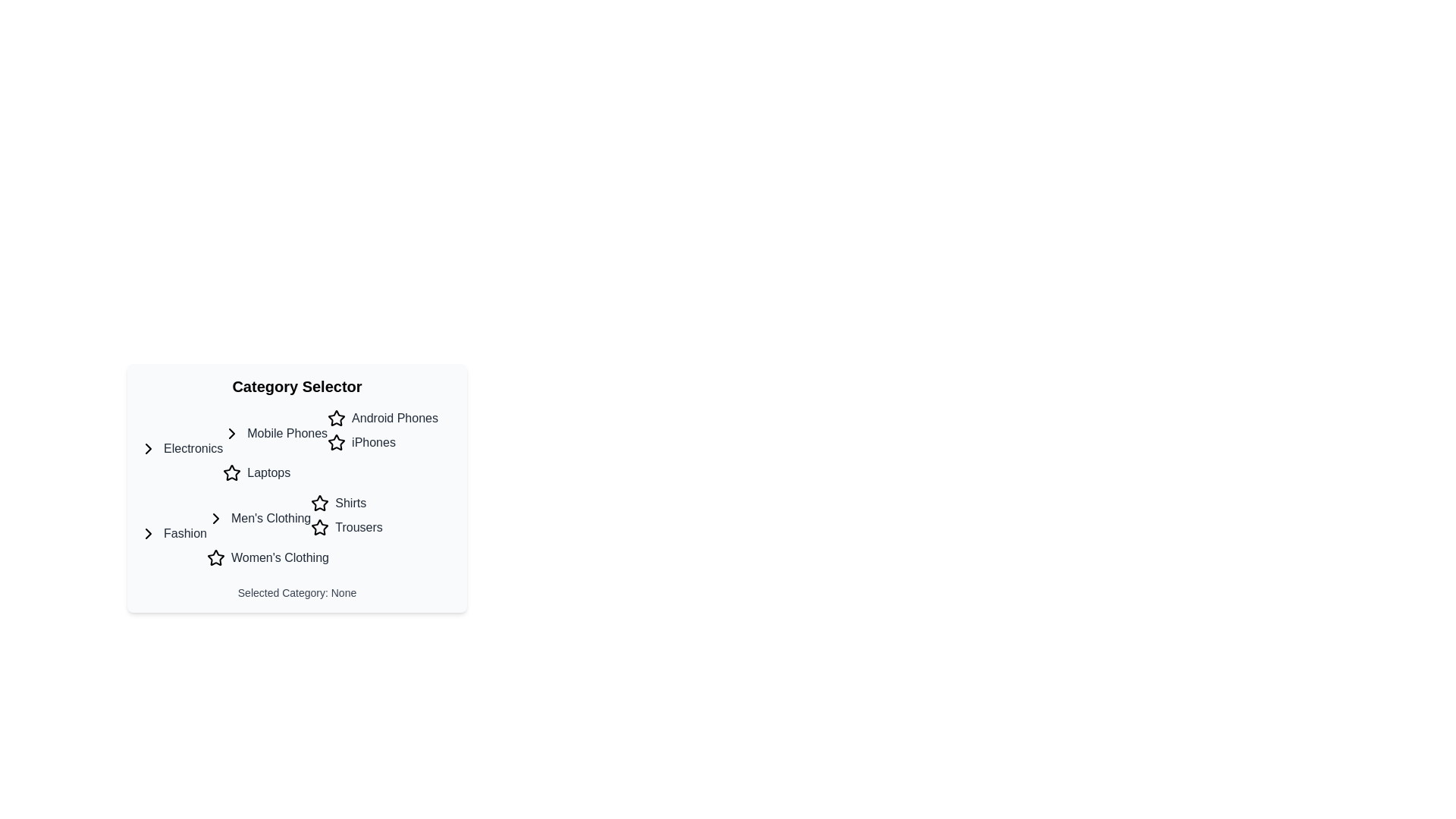 The image size is (1456, 819). Describe the element at coordinates (149, 533) in the screenshot. I see `the chevron-right icon located to the left of the 'Fashion' label in the category hierarchy UI` at that location.